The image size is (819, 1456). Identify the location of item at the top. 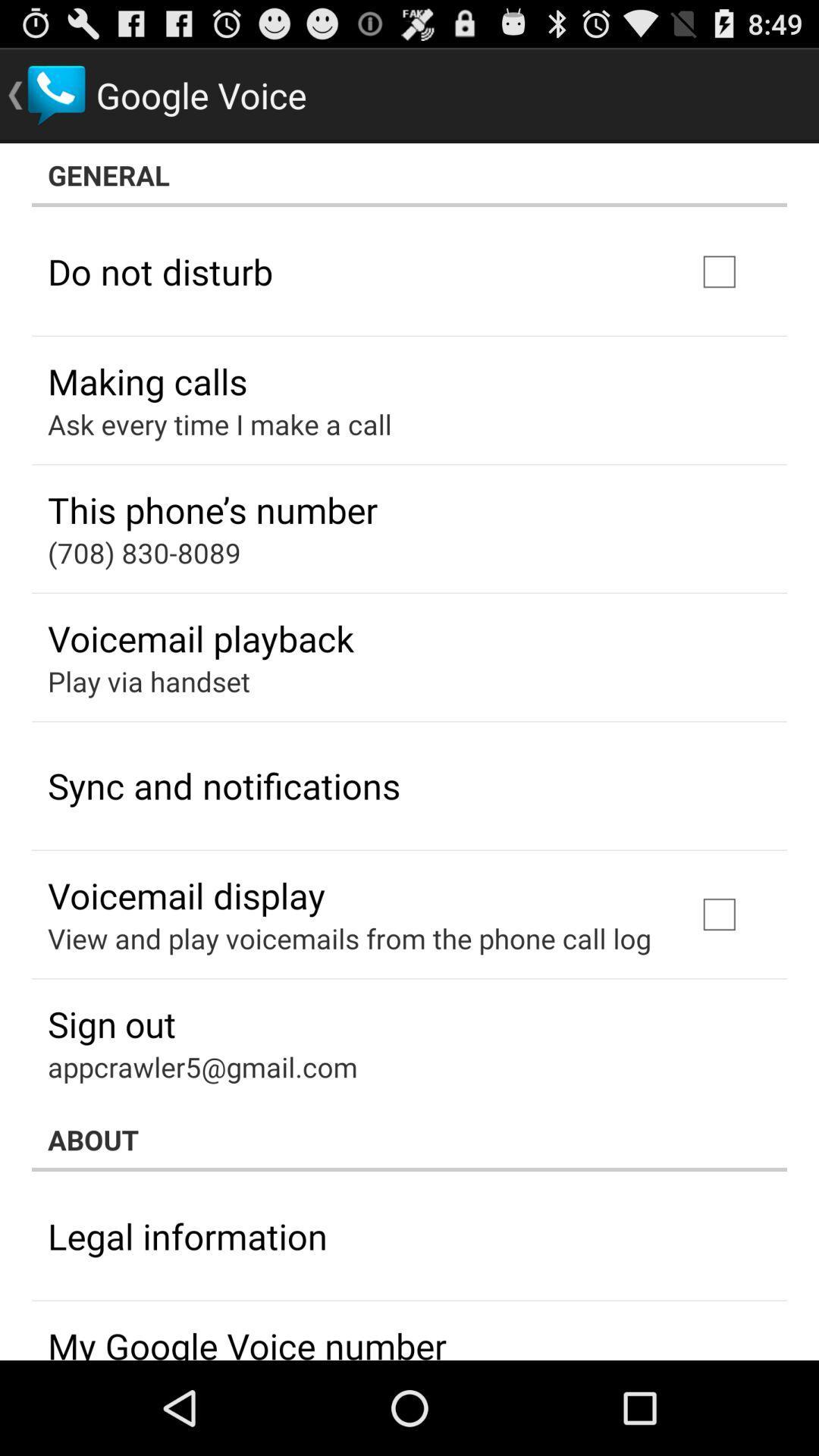
(409, 174).